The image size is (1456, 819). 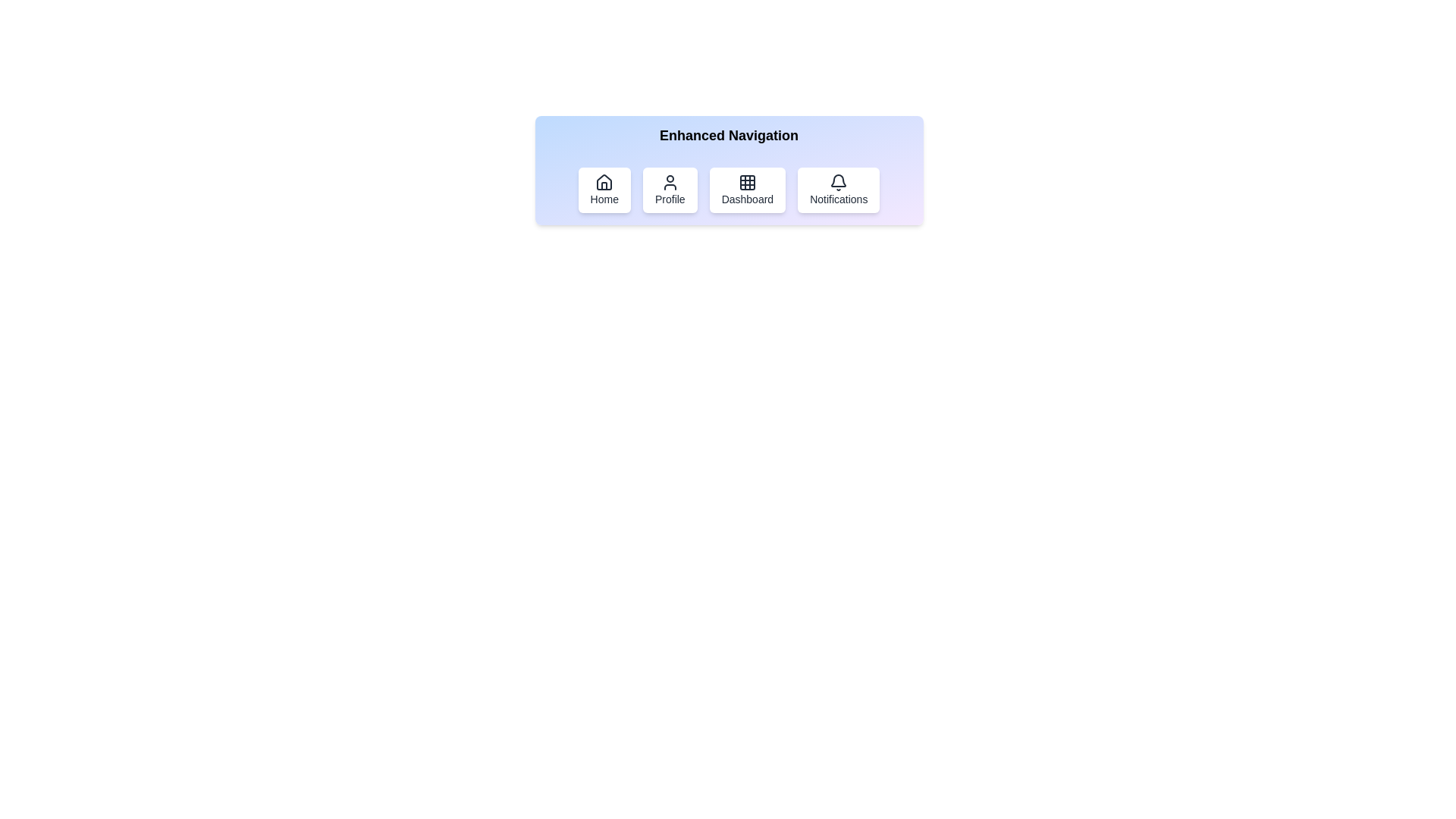 What do you see at coordinates (604, 181) in the screenshot?
I see `the house icon button located first in the horizontal navigation bar under 'Enhanced Navigation'` at bounding box center [604, 181].